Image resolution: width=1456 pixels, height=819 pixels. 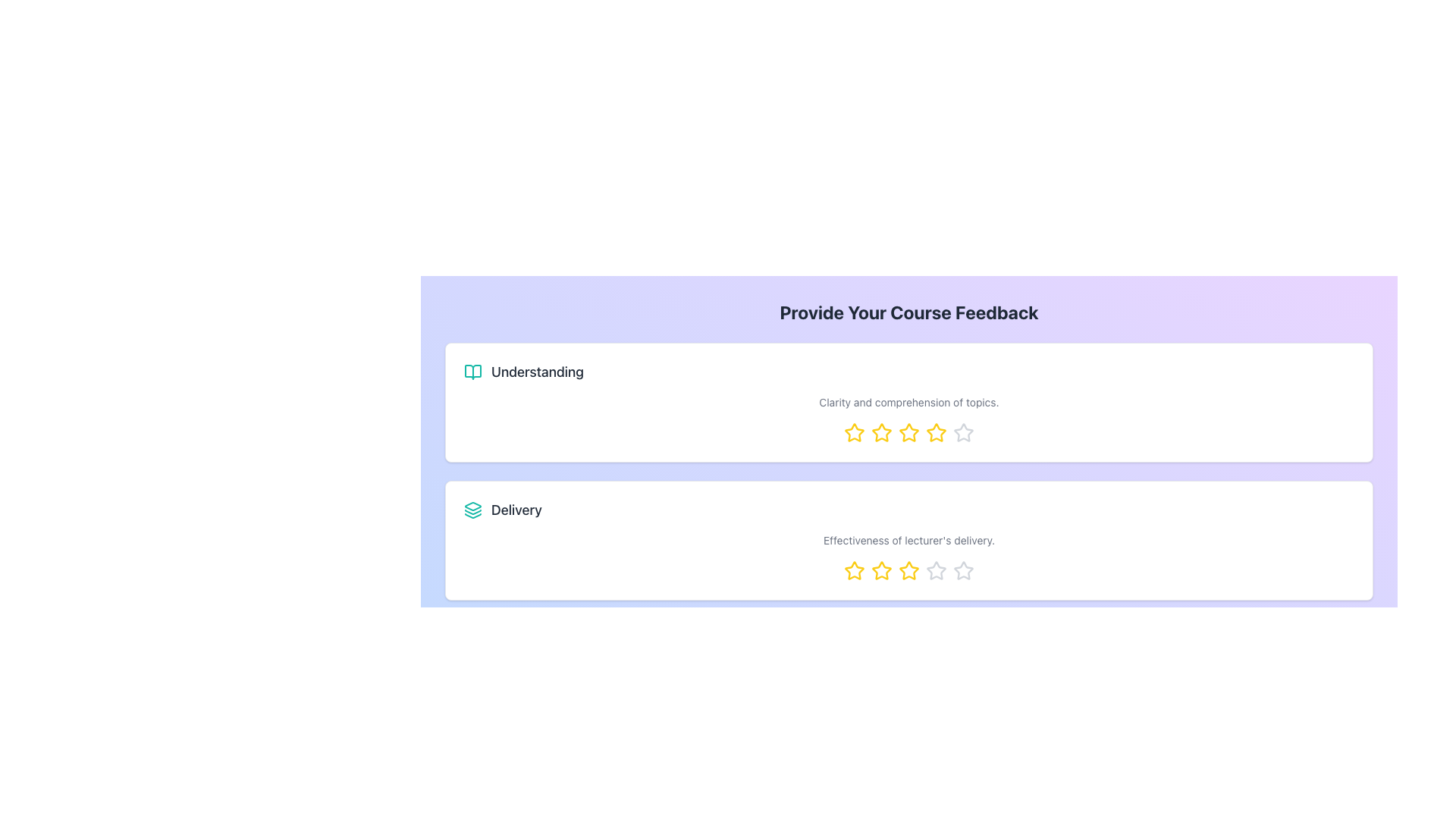 What do you see at coordinates (934, 432) in the screenshot?
I see `the fourth star icon in the rating component under the 'Clarity and comprehension of topics' section to give a four-star rating` at bounding box center [934, 432].